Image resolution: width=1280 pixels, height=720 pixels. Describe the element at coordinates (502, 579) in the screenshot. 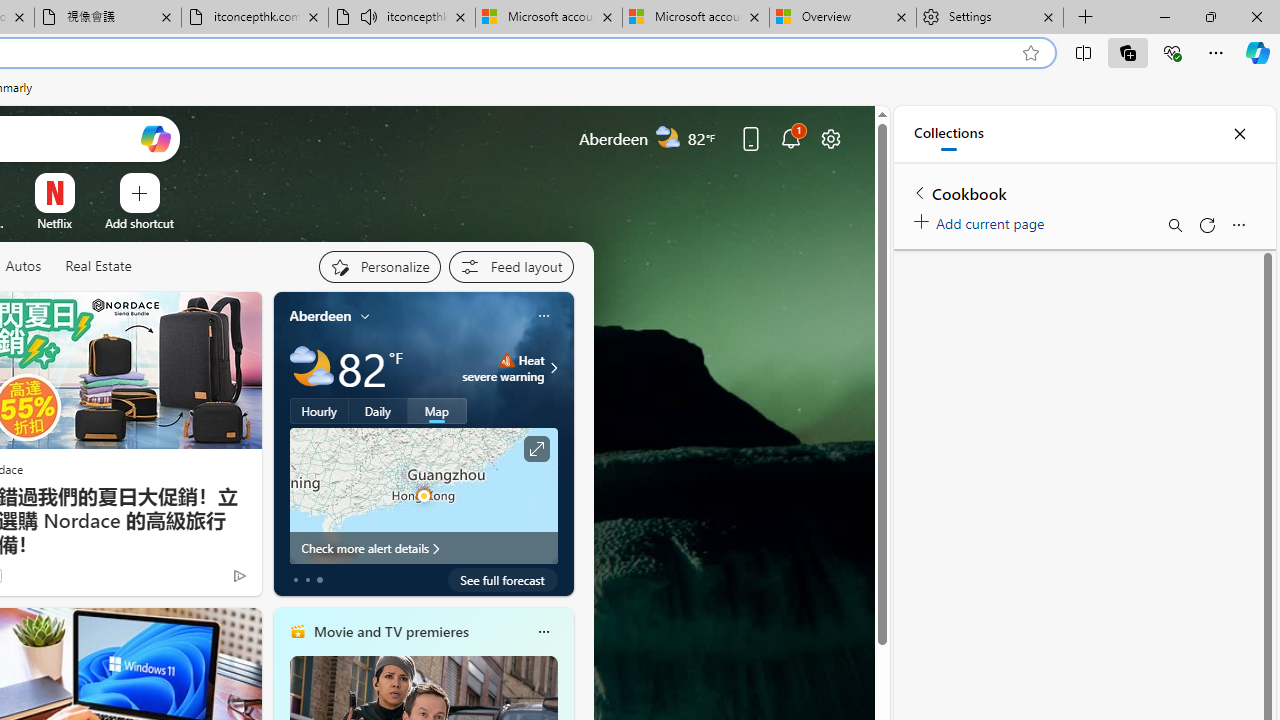

I see `'See full forecast'` at that location.